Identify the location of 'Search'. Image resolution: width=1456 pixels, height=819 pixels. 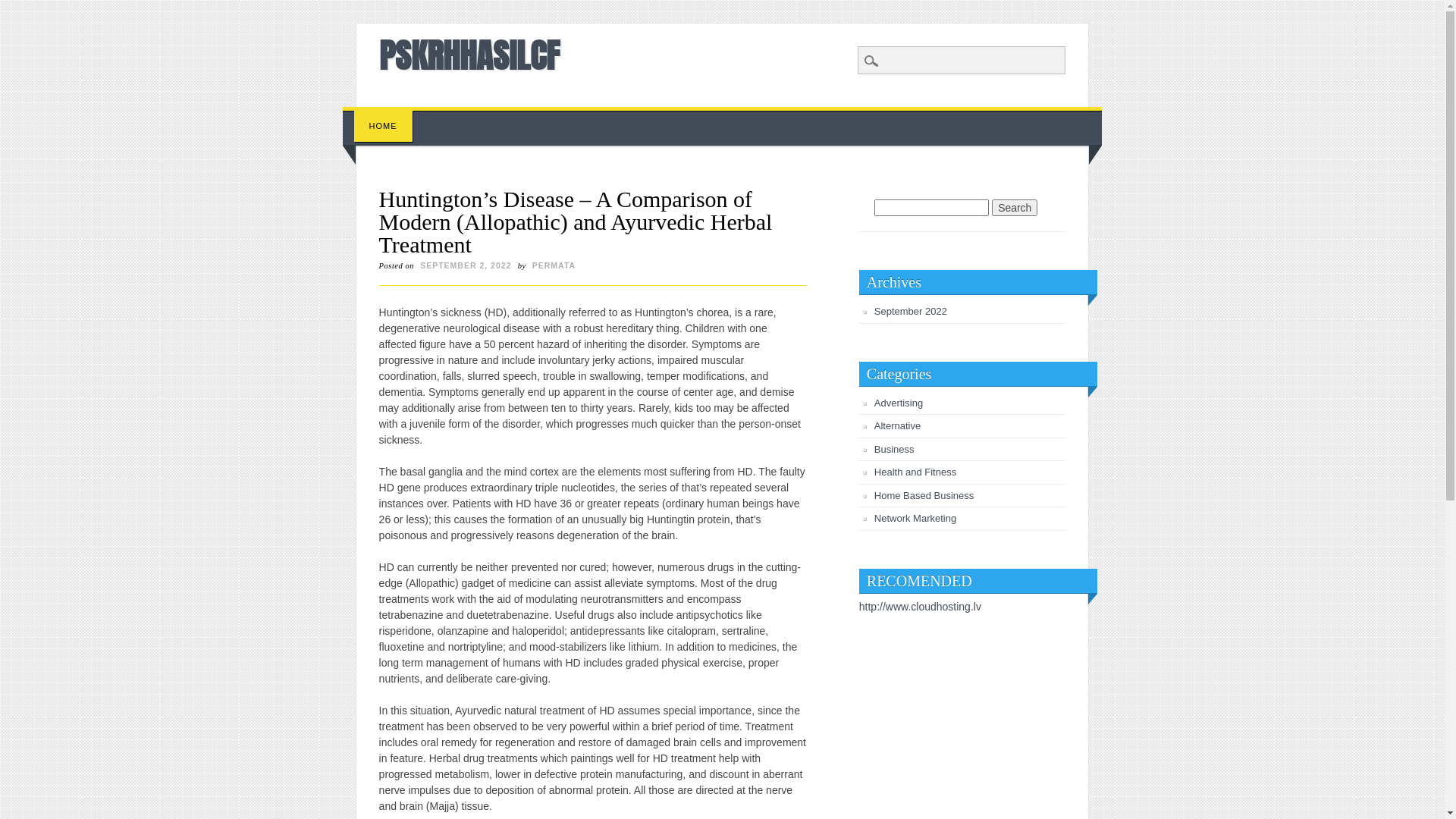
(1015, 207).